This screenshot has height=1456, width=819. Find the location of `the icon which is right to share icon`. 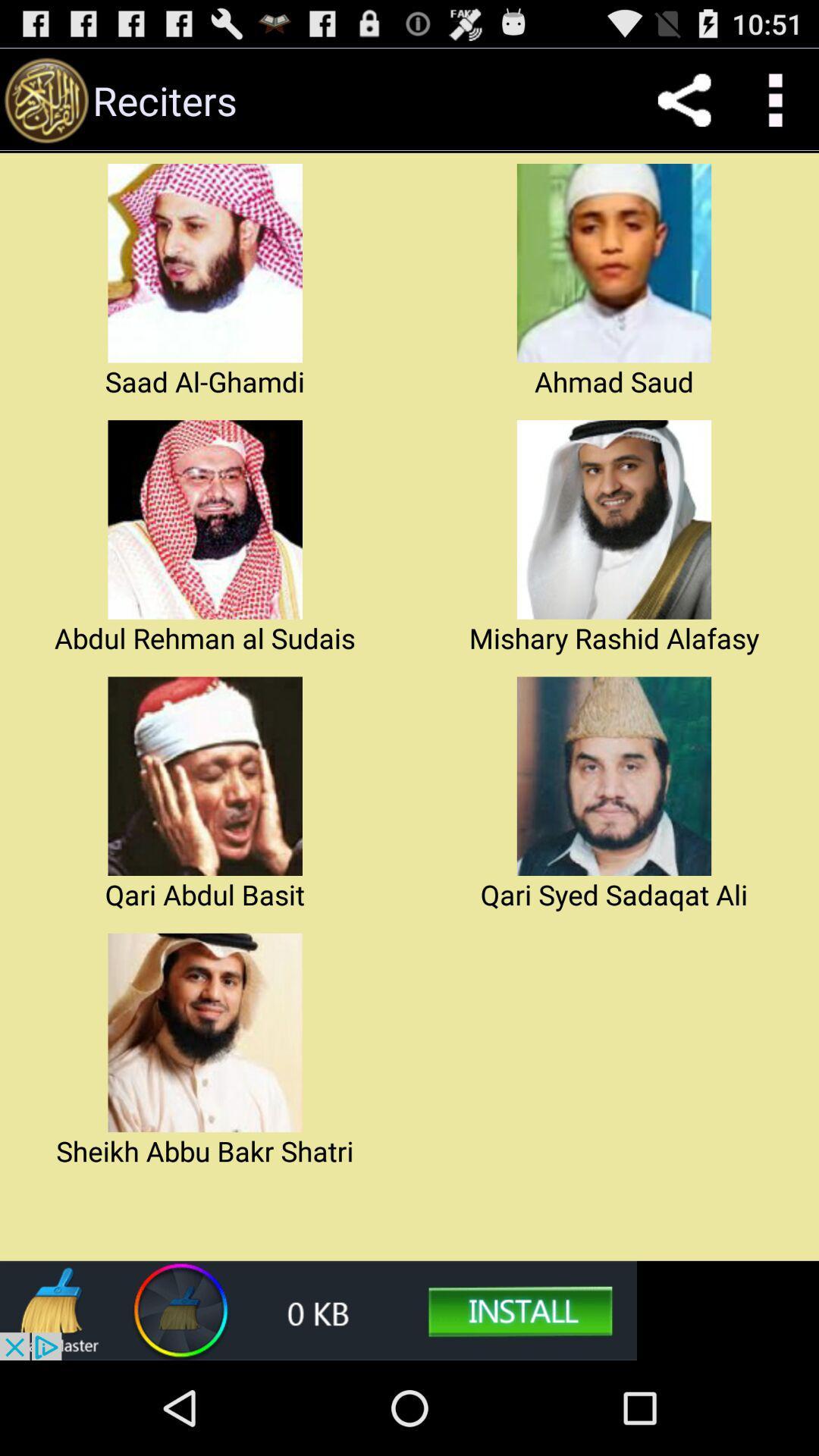

the icon which is right to share icon is located at coordinates (774, 99).